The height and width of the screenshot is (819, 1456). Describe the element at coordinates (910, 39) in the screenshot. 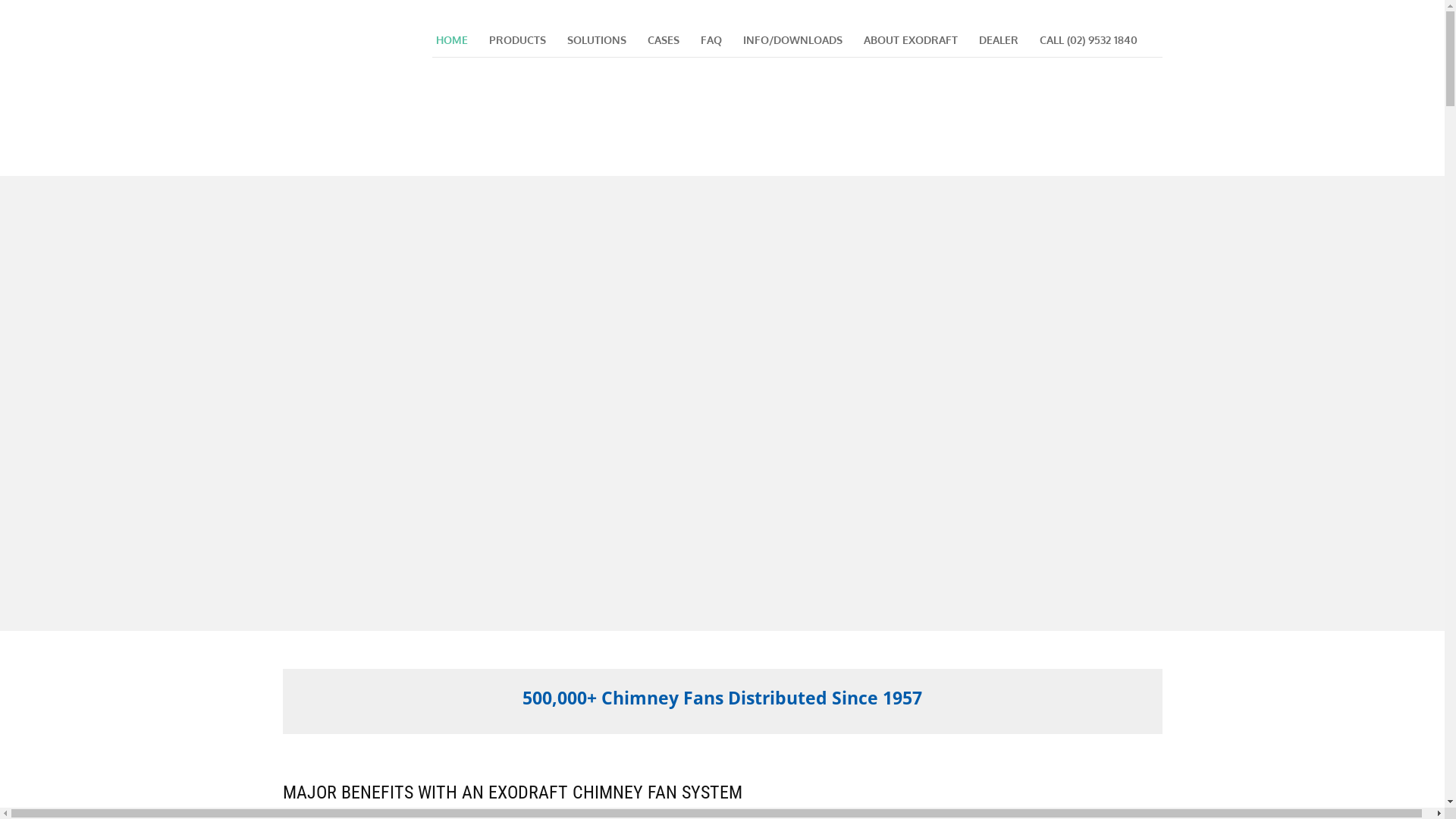

I see `'ABOUT EXODRAFT'` at that location.